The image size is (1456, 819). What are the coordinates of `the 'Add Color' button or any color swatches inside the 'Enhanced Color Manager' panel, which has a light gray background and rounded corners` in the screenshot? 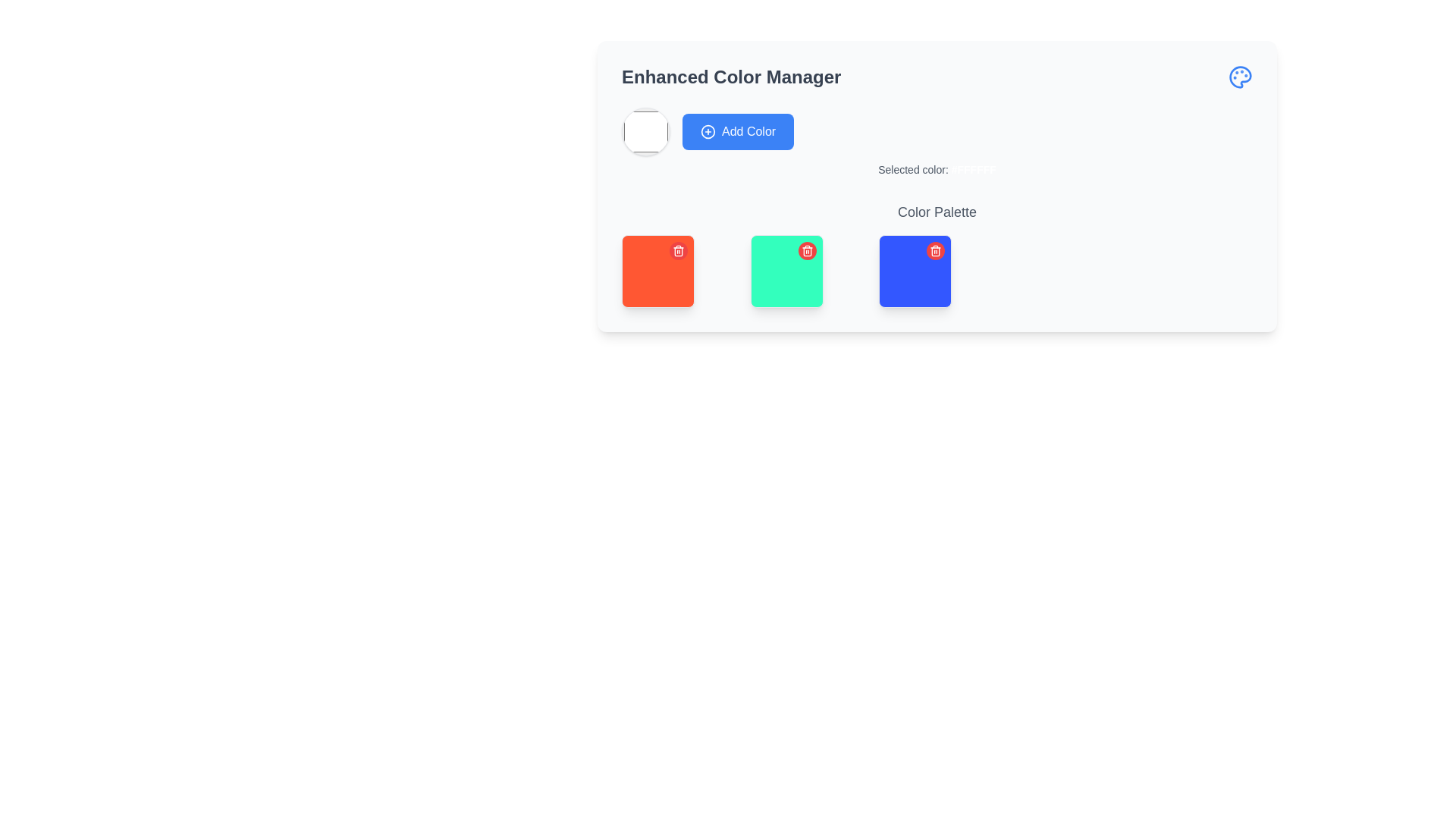 It's located at (937, 186).